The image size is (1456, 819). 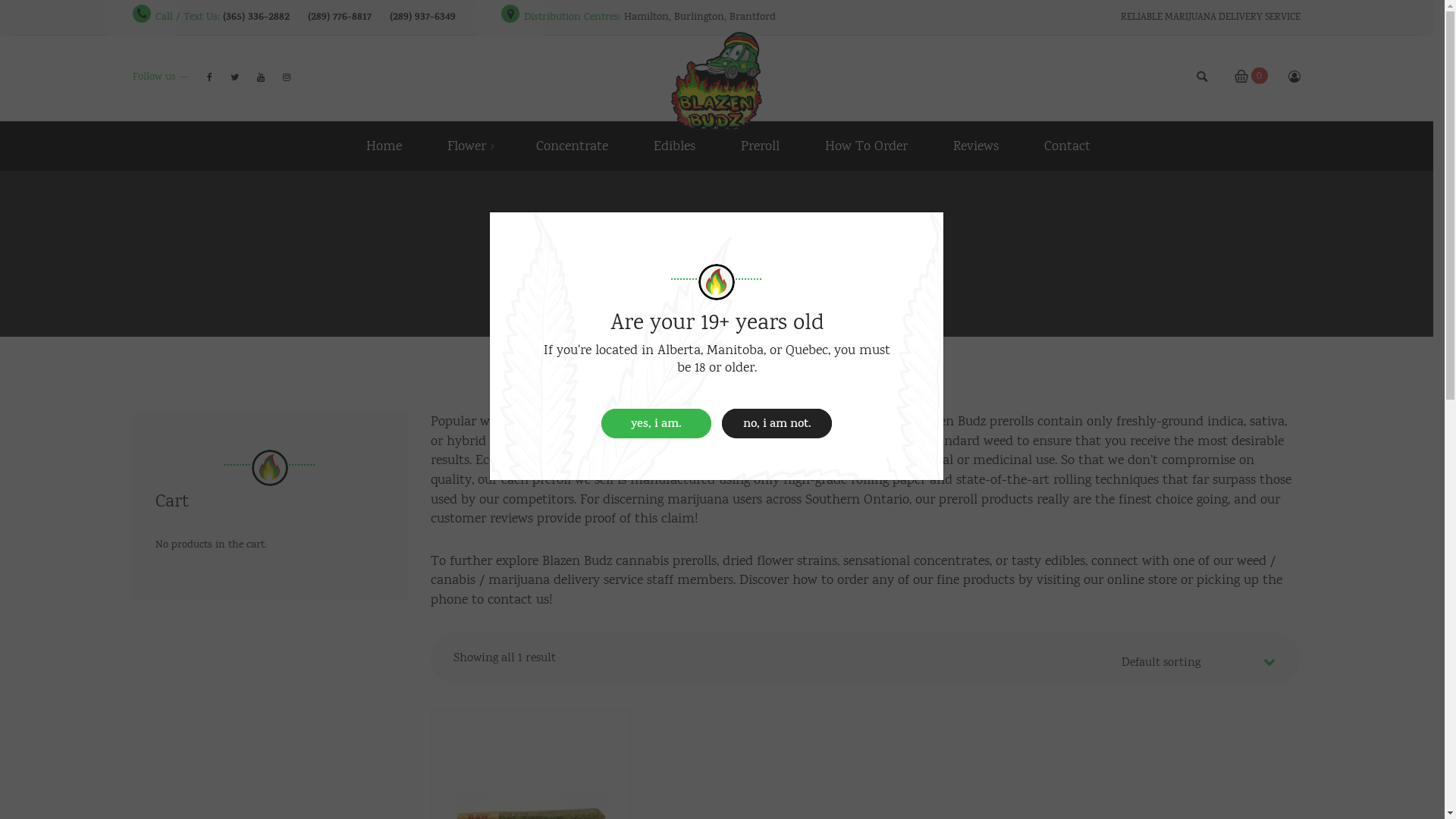 What do you see at coordinates (466, 149) in the screenshot?
I see `'Flower'` at bounding box center [466, 149].